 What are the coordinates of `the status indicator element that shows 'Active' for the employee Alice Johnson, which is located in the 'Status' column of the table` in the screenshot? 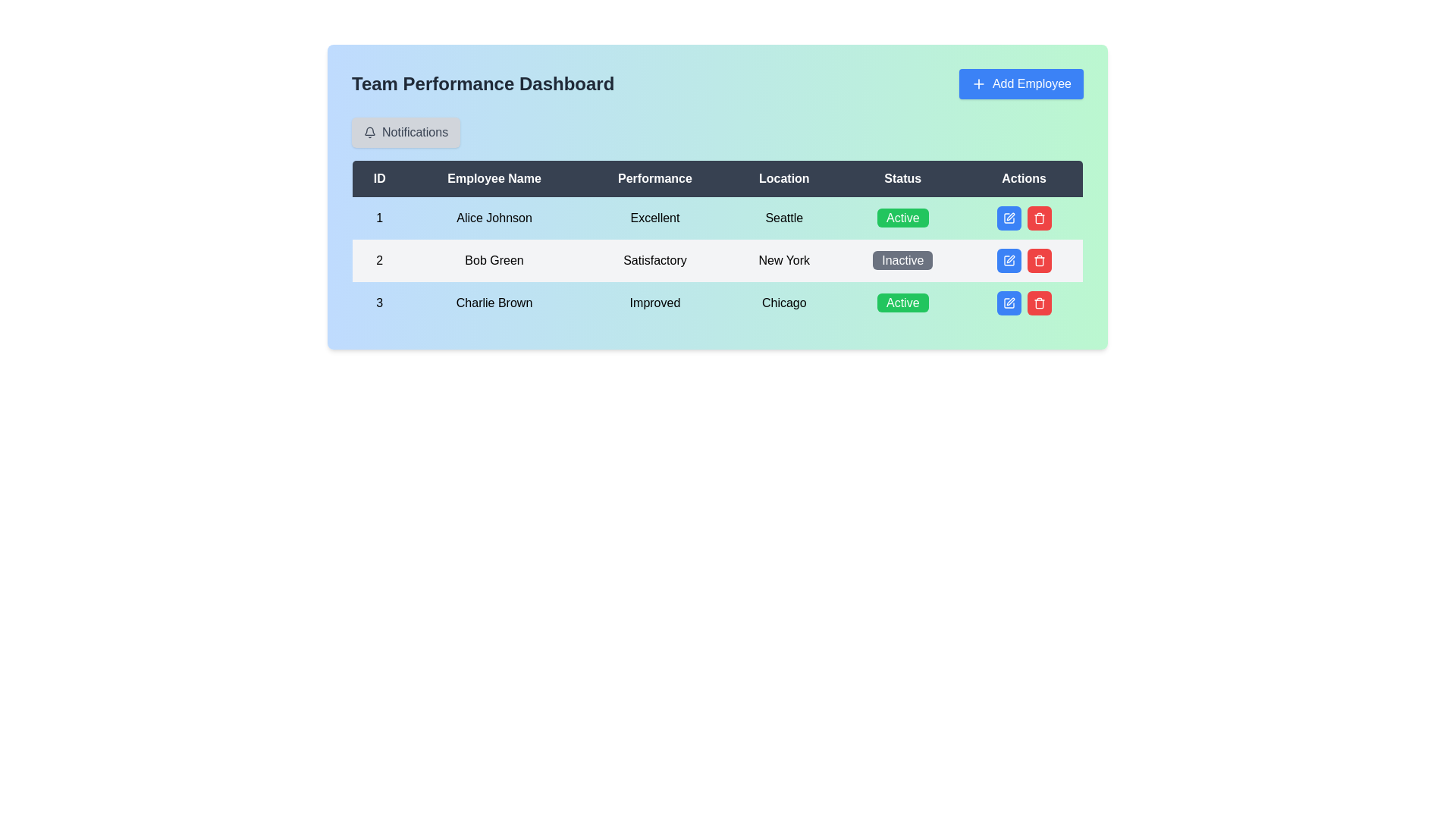 It's located at (902, 218).